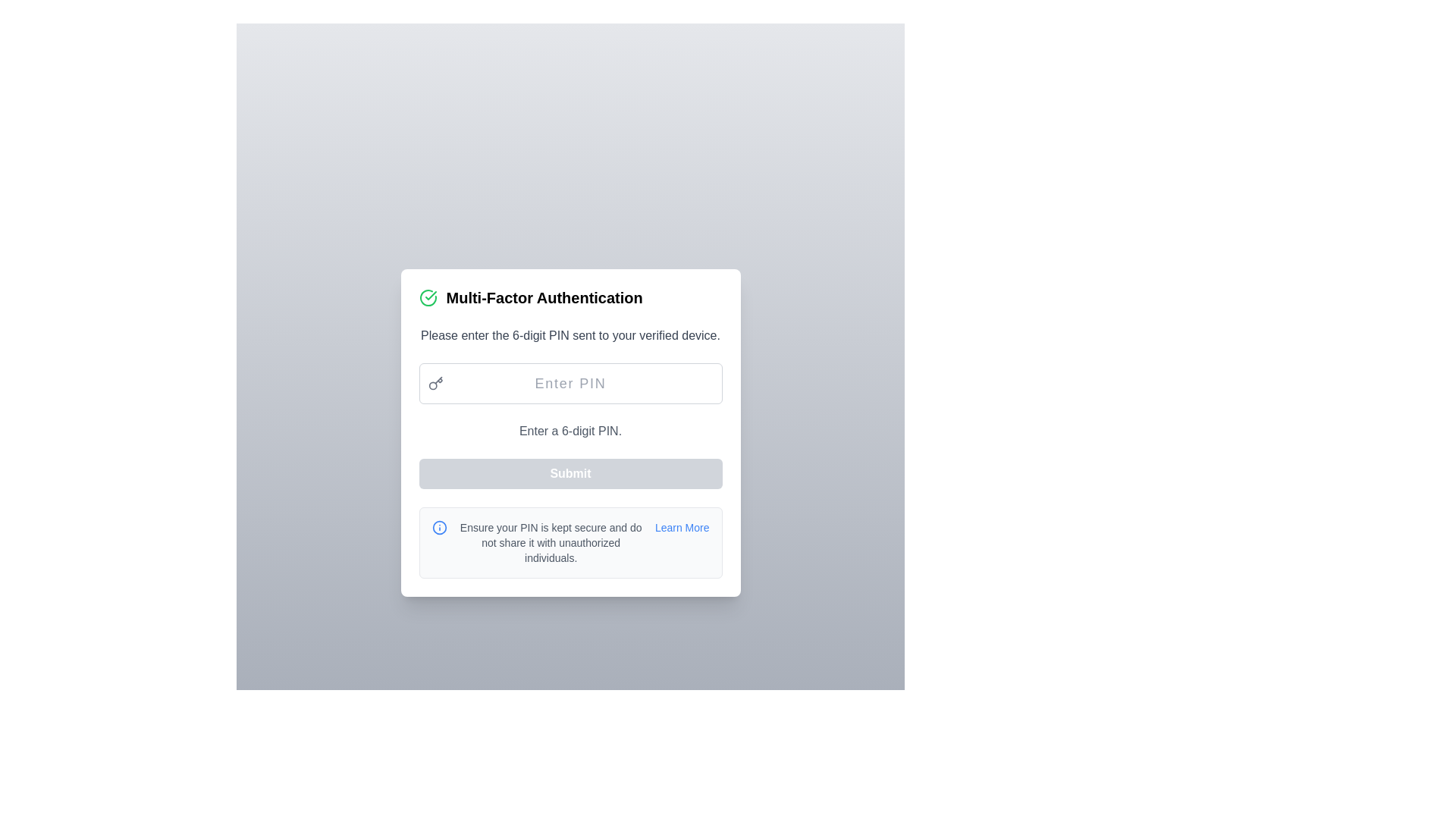 This screenshot has width=1456, height=819. Describe the element at coordinates (431, 384) in the screenshot. I see `the small circular component within the key icon located to the left of the 'Enter PIN' input field on the multi-factor authentication interface` at that location.